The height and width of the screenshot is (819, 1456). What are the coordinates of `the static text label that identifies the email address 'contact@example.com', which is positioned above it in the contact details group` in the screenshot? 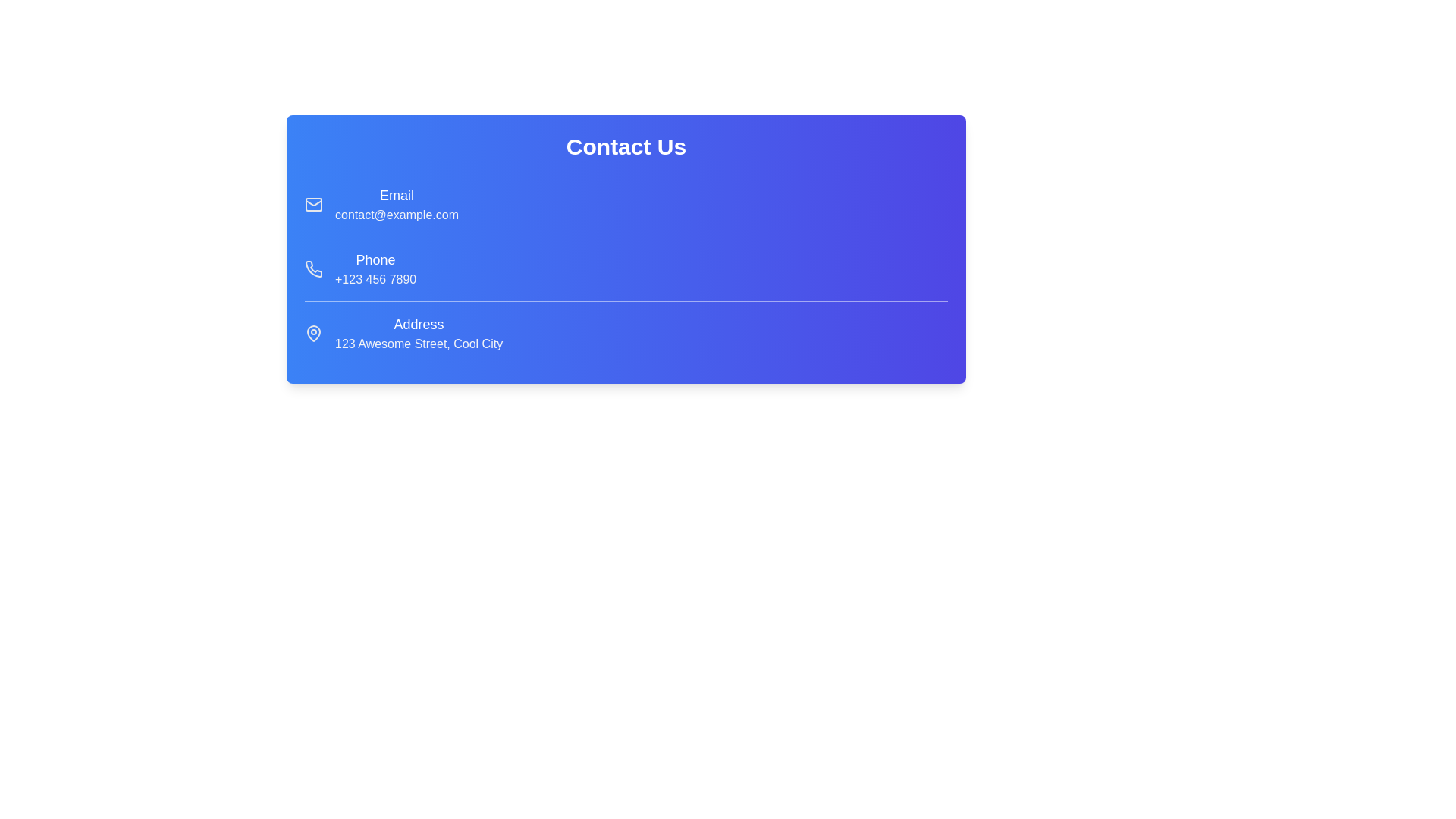 It's located at (397, 195).